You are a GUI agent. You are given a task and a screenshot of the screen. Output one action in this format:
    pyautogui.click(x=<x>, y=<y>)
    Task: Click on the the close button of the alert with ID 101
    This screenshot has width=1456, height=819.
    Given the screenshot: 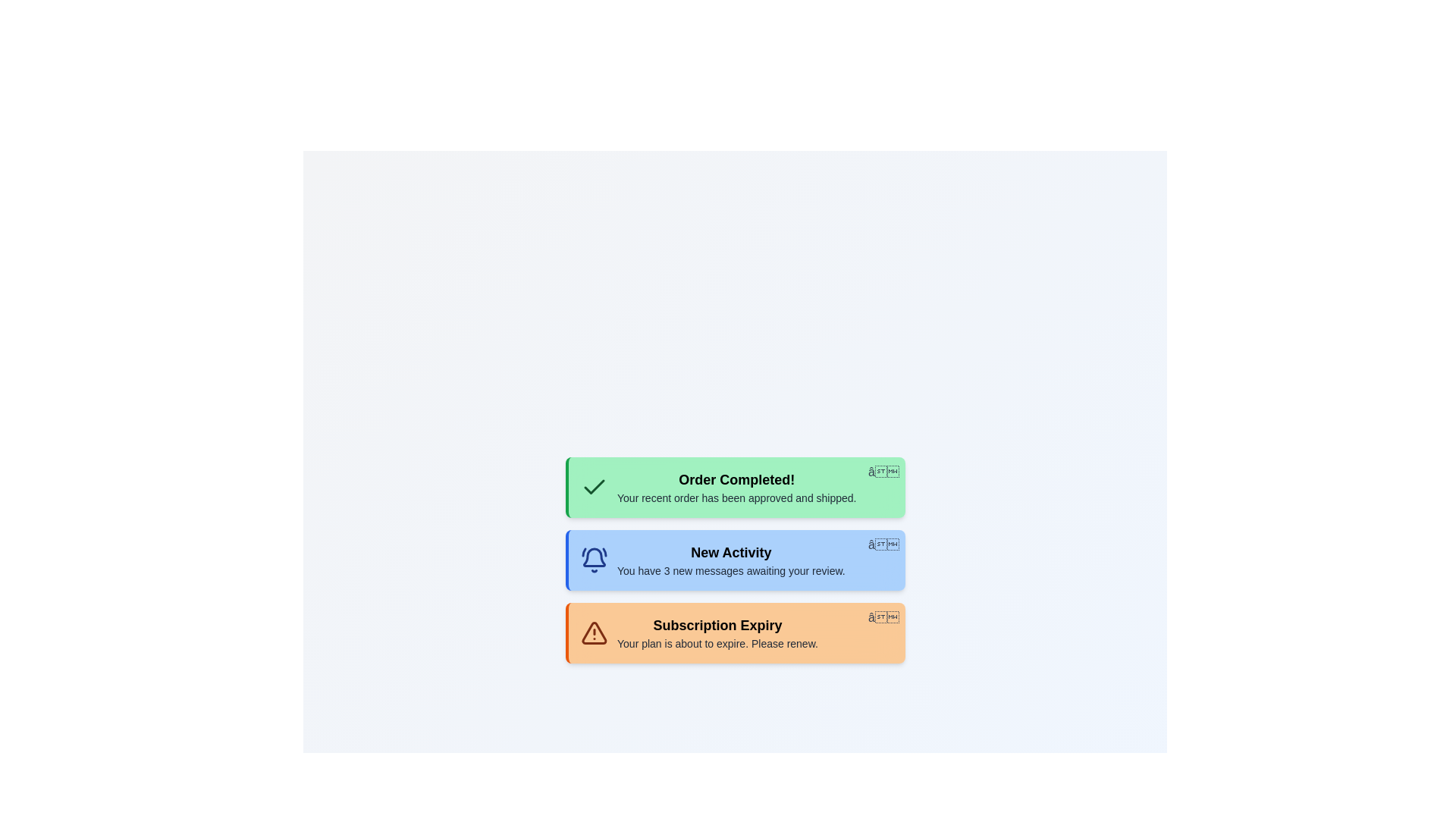 What is the action you would take?
    pyautogui.click(x=883, y=472)
    